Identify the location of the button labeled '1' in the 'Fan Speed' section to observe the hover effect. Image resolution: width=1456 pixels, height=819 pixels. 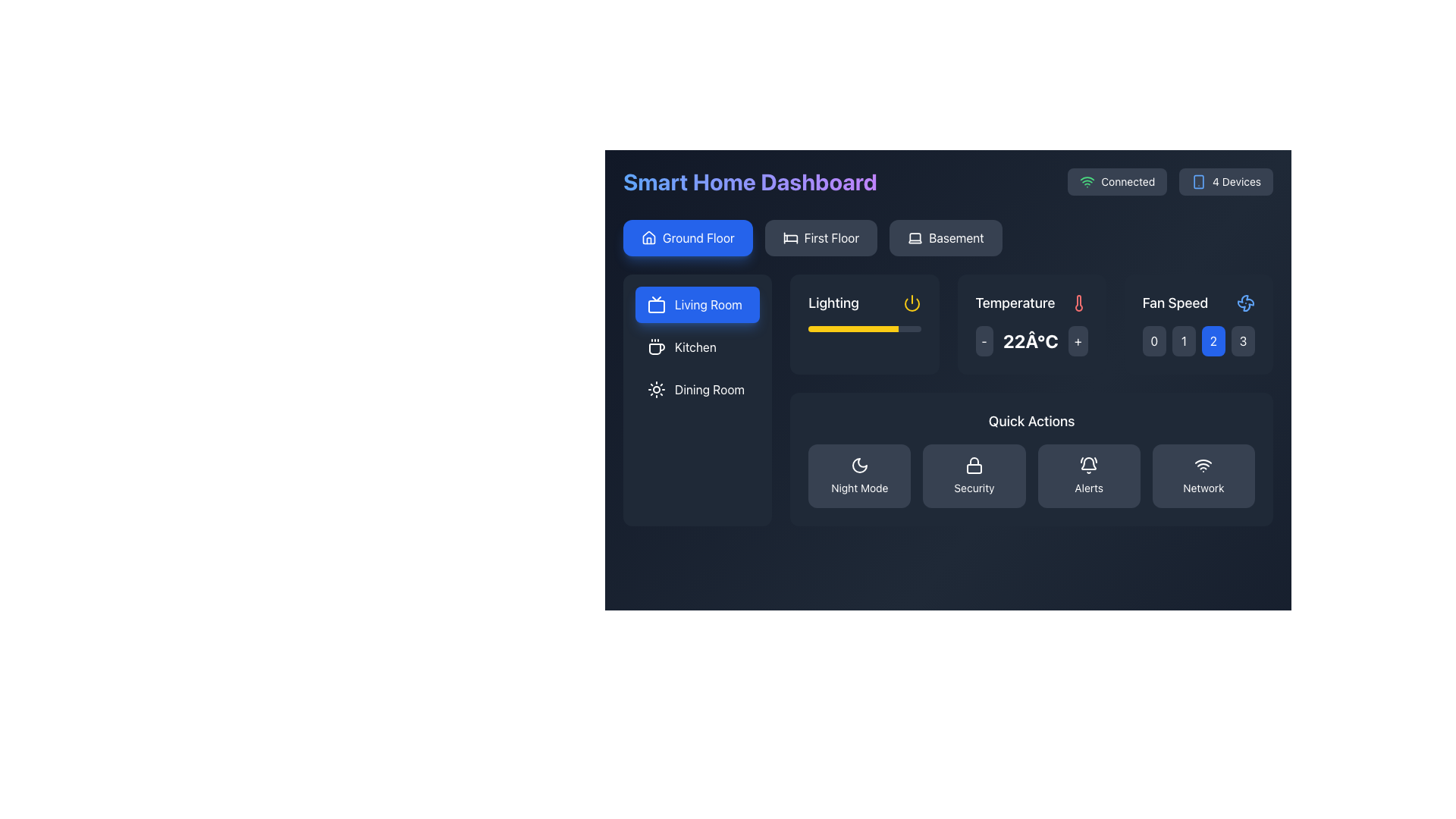
(1183, 341).